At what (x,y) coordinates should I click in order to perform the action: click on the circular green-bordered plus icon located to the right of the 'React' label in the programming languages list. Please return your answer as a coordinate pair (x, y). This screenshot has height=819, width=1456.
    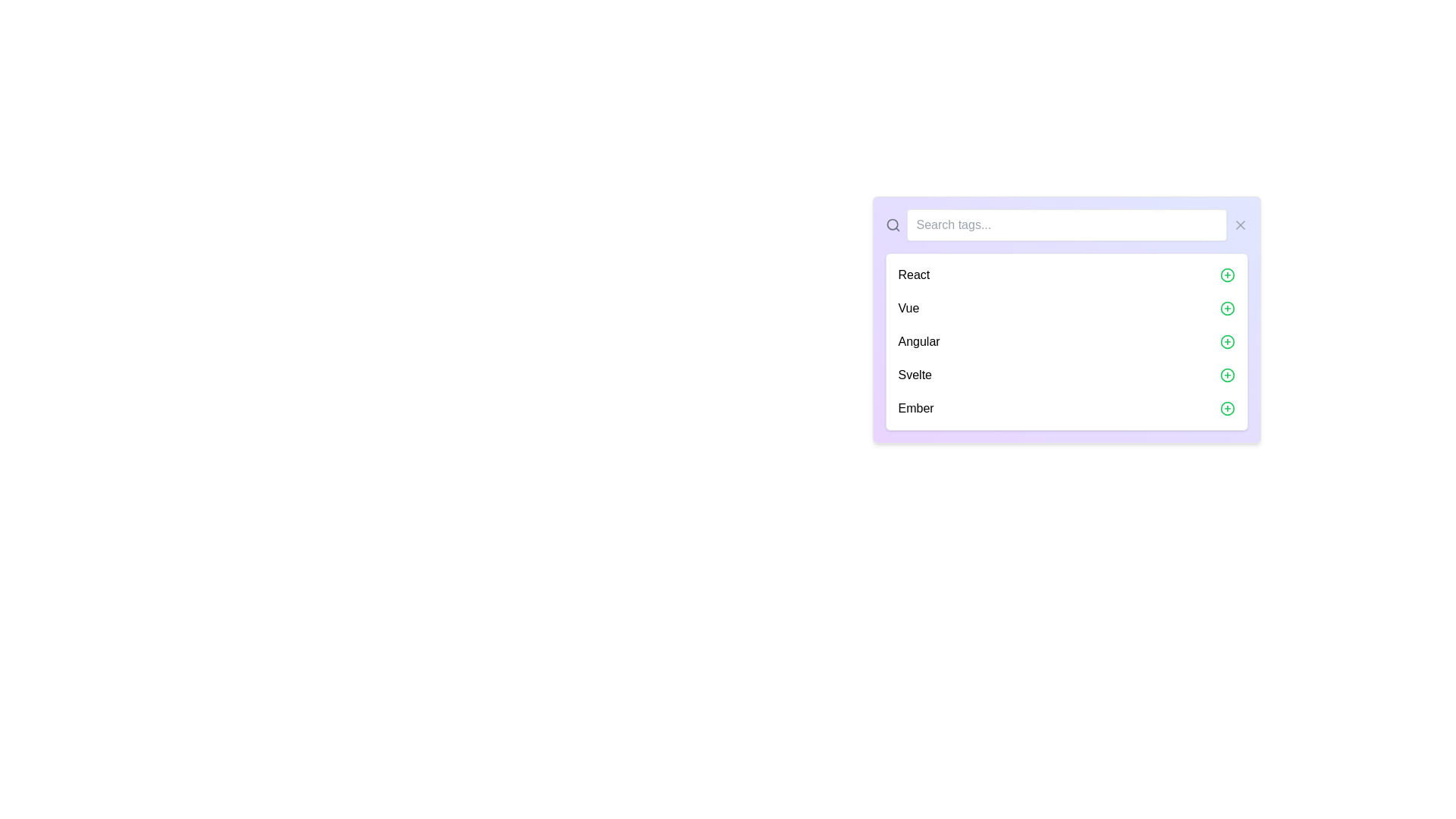
    Looking at the image, I should click on (1227, 275).